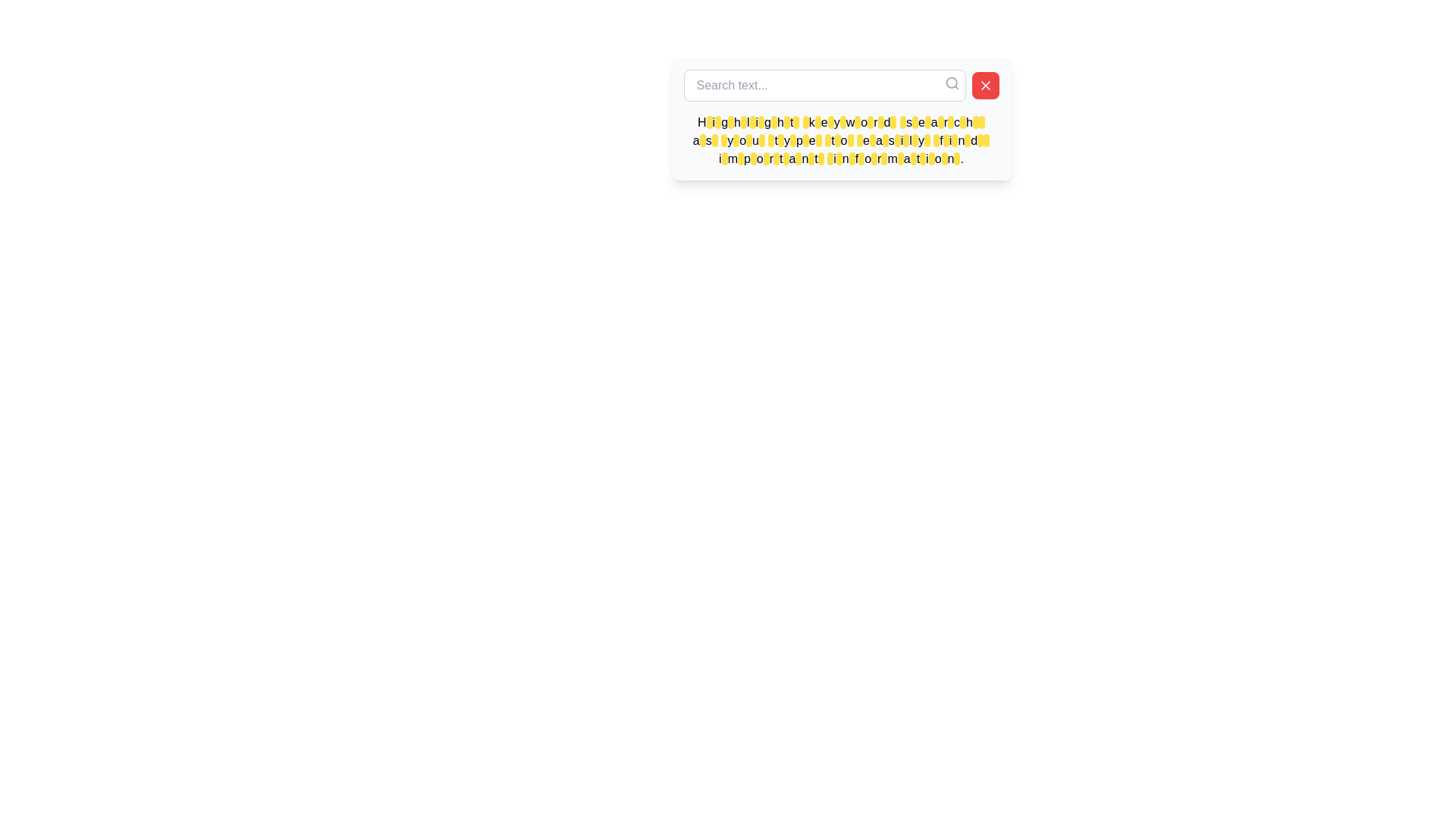 The width and height of the screenshot is (1456, 819). Describe the element at coordinates (850, 140) in the screenshot. I see `the small rounded rectangle decorative highlight with a yellow background, positioned in the second line of the multiline informational message` at that location.